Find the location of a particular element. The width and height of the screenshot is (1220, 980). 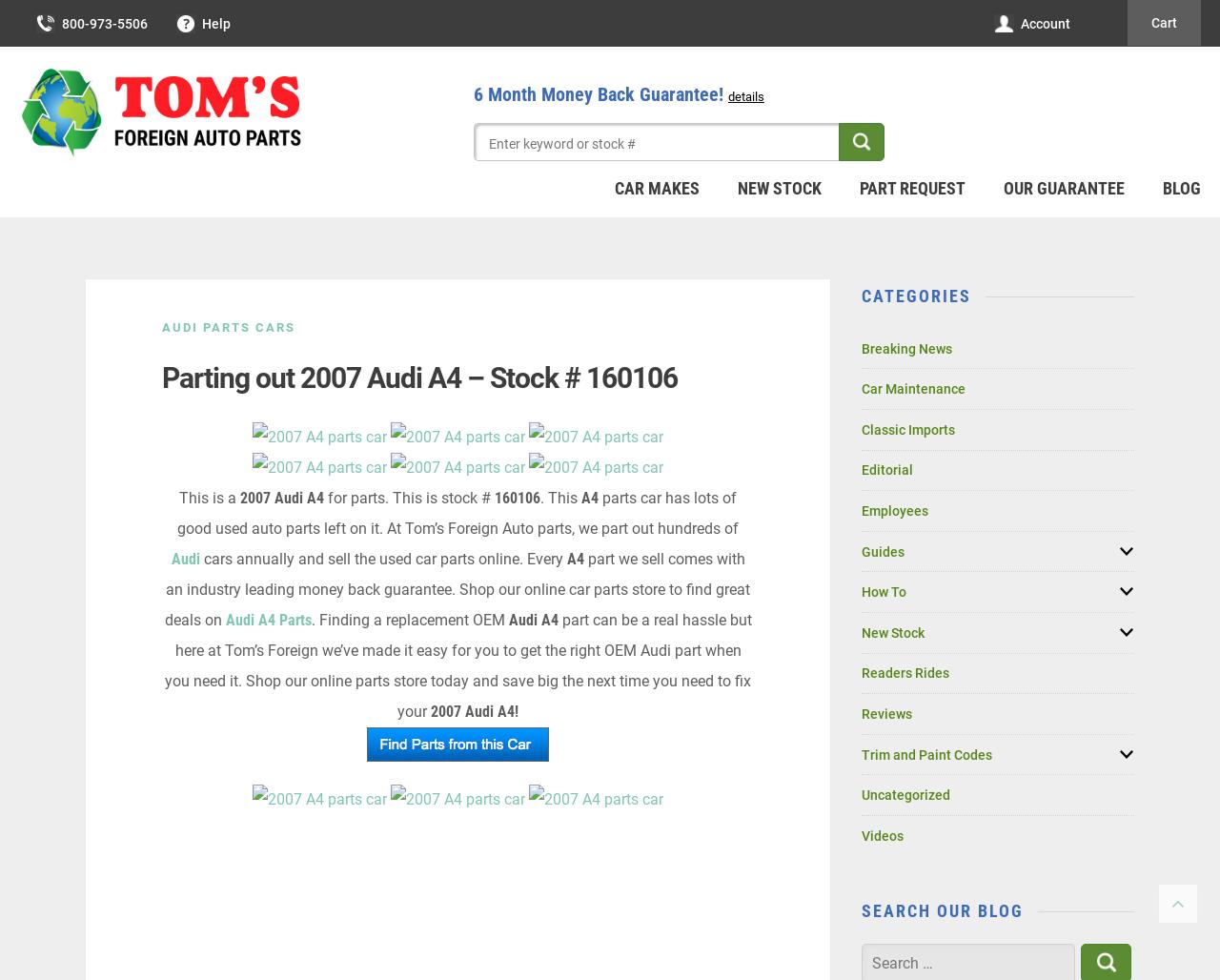

'Audi A4' is located at coordinates (532, 620).